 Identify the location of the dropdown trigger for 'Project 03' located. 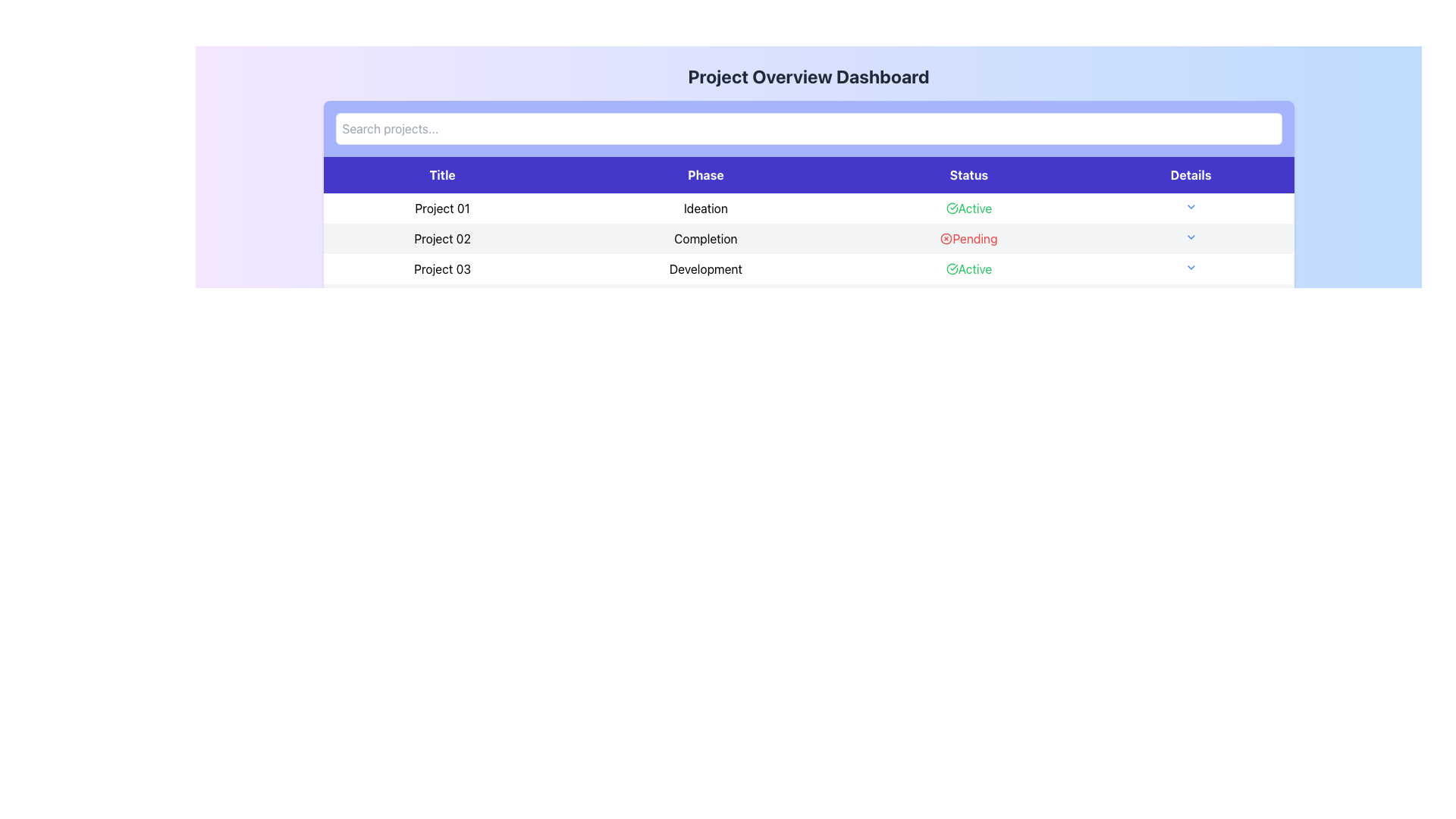
(1189, 268).